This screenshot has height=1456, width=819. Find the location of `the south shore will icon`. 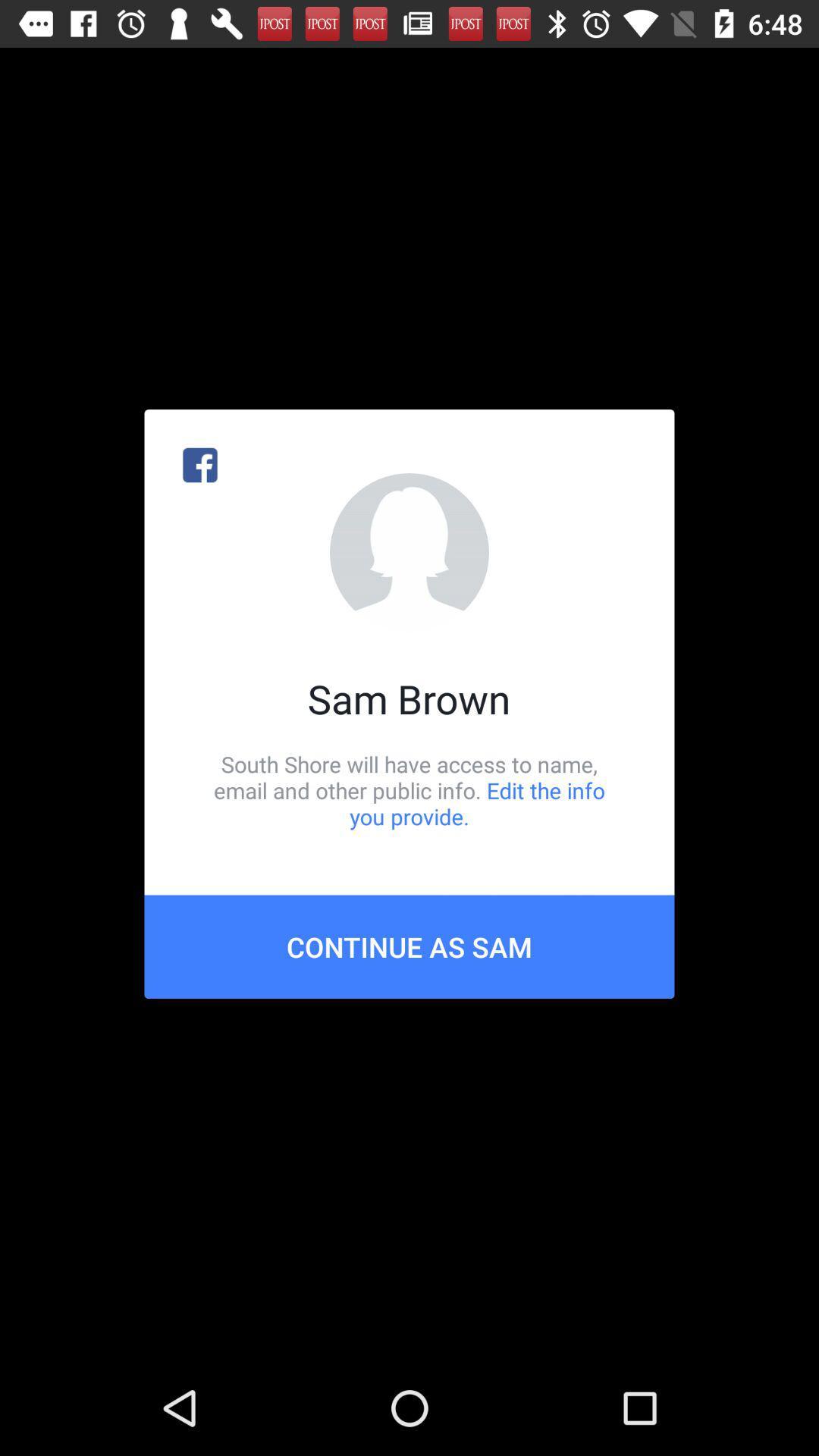

the south shore will icon is located at coordinates (409, 789).